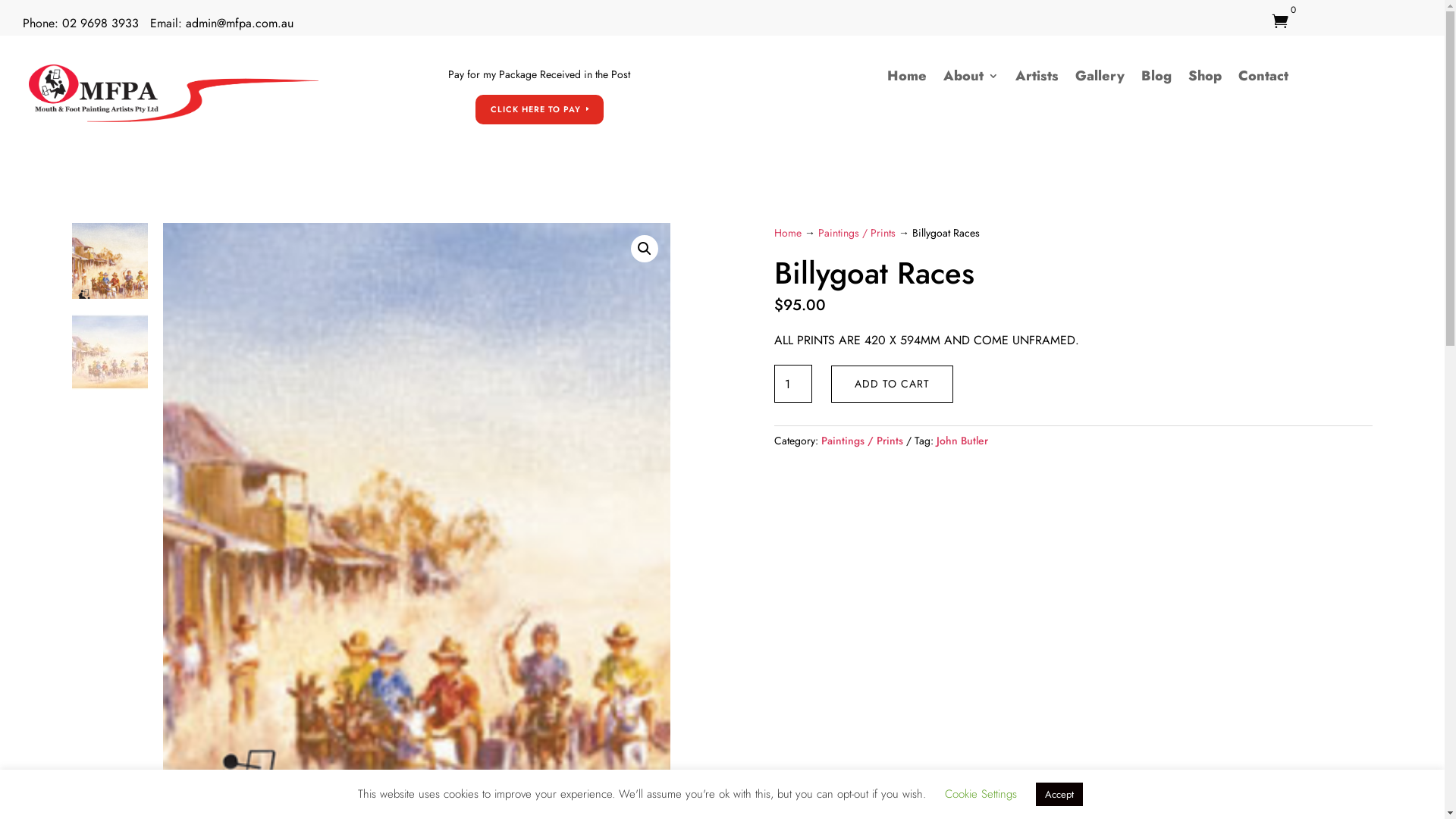 This screenshot has height=819, width=1456. I want to click on 'Cookie Settings', so click(981, 792).